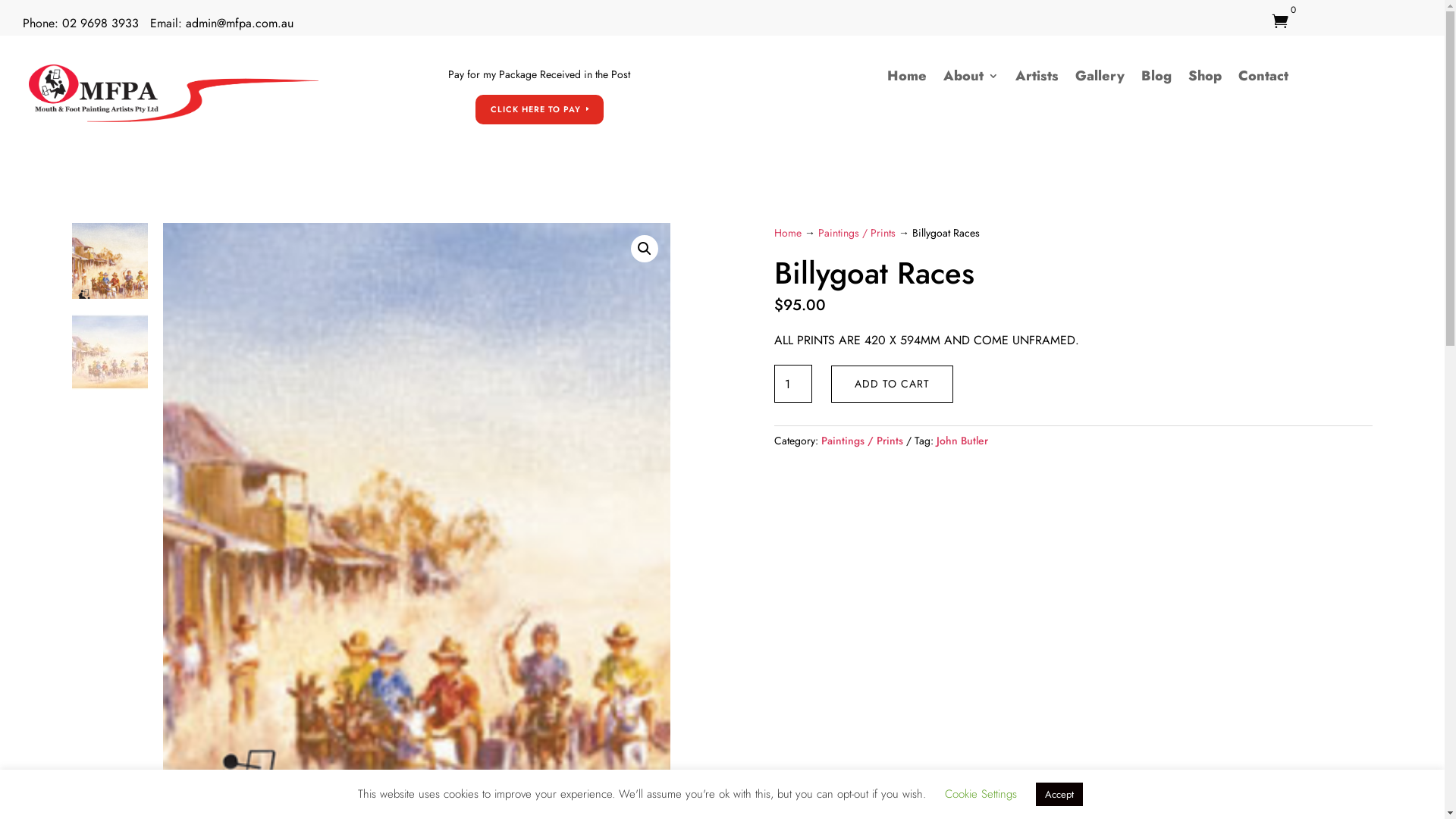 This screenshot has height=819, width=1456. I want to click on 'Cookie Settings', so click(981, 792).